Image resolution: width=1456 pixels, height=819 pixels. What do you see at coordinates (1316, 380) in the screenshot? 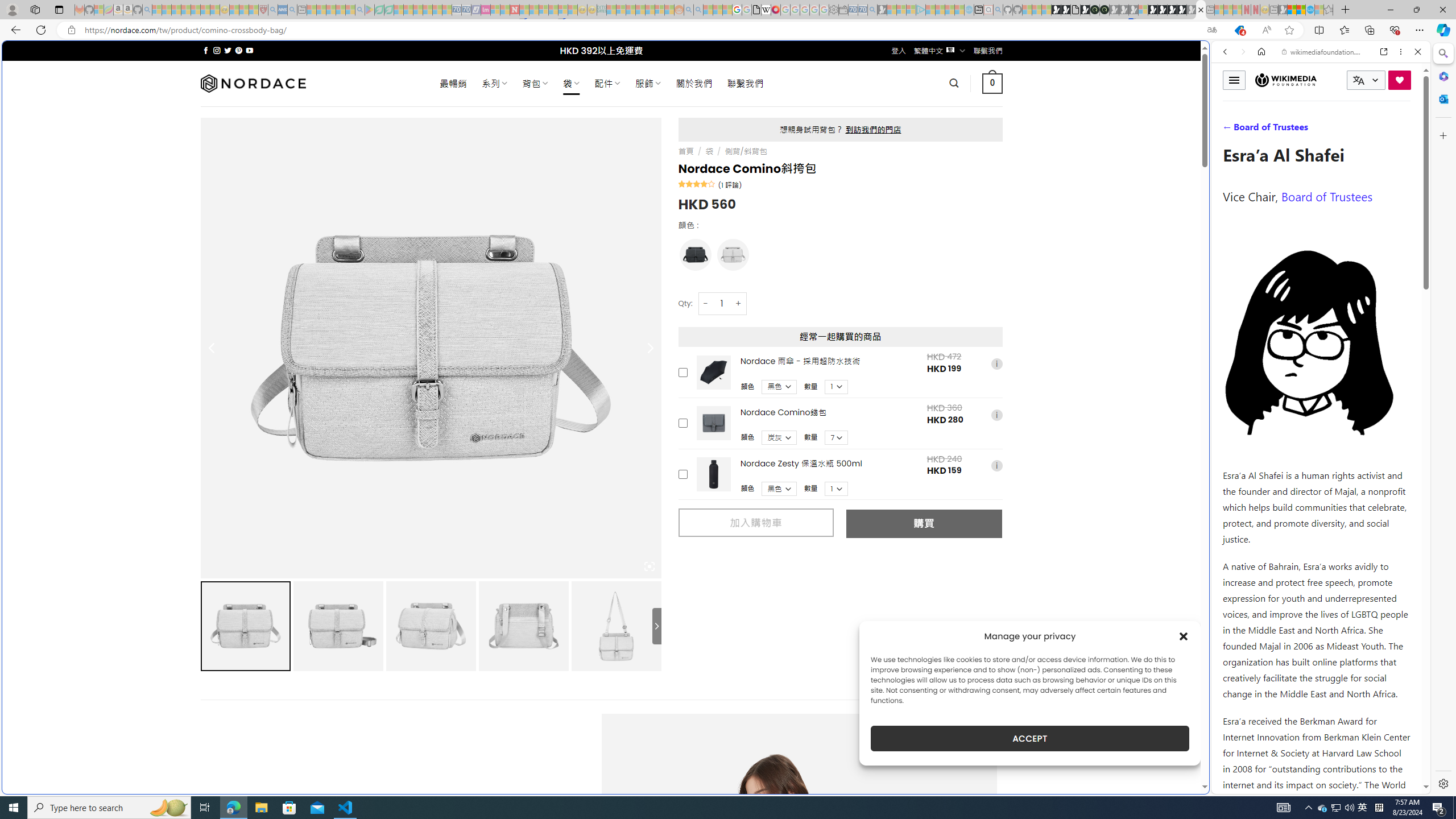
I see `'Wiktionary'` at bounding box center [1316, 380].